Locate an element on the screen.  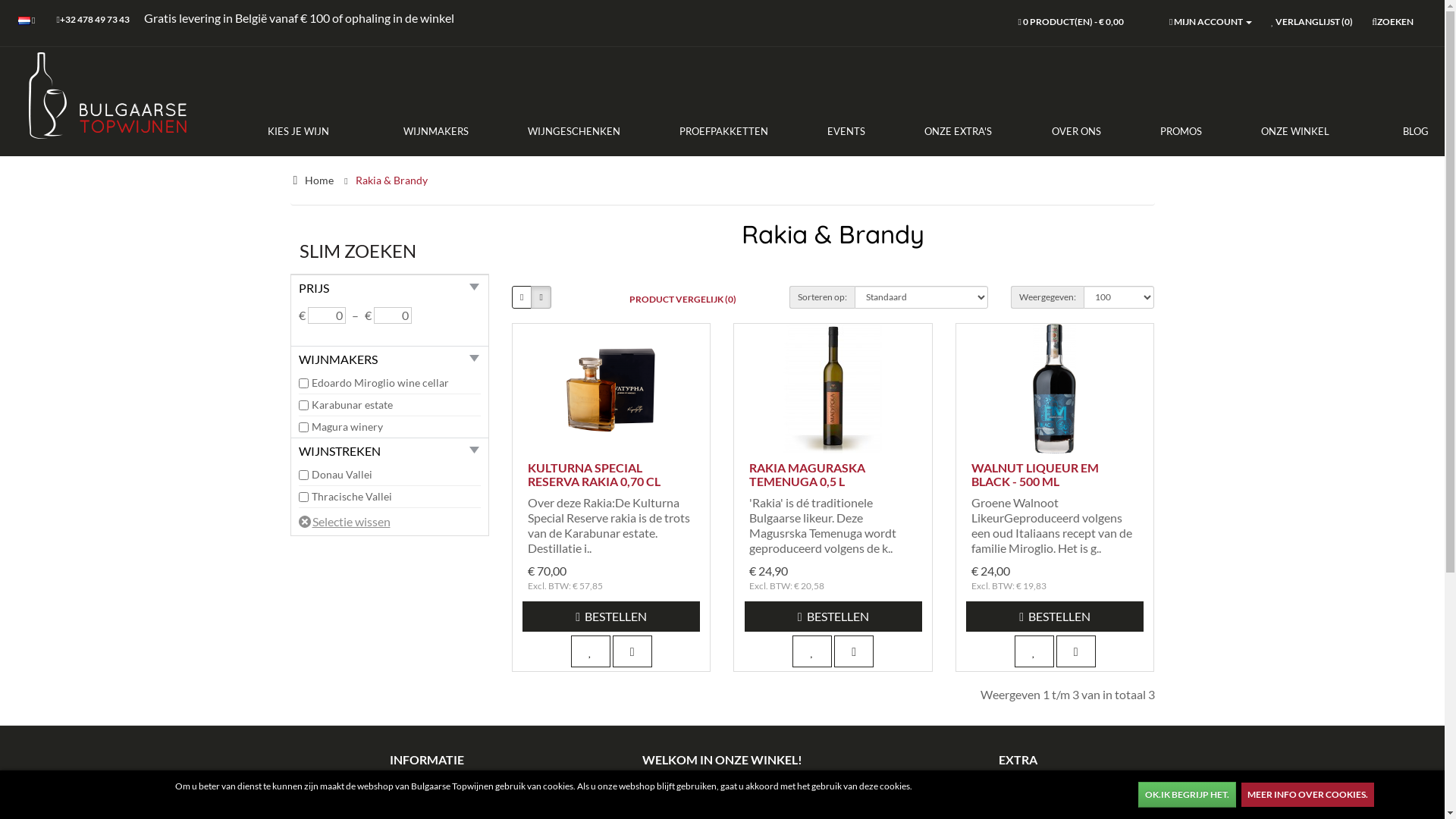
'EVENTS' is located at coordinates (846, 130).